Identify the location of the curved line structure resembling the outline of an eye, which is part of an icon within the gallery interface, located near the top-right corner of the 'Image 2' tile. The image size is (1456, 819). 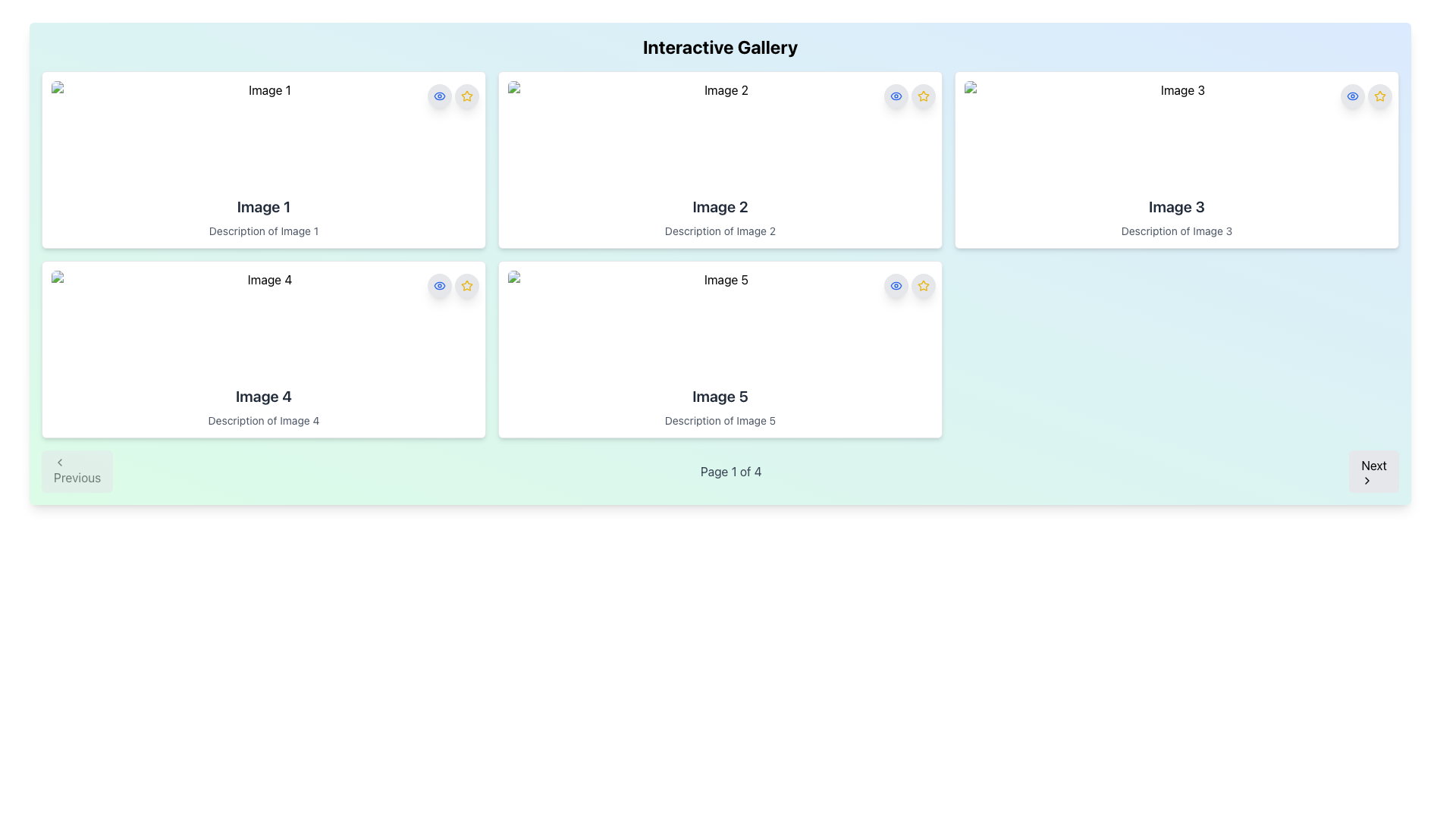
(896, 286).